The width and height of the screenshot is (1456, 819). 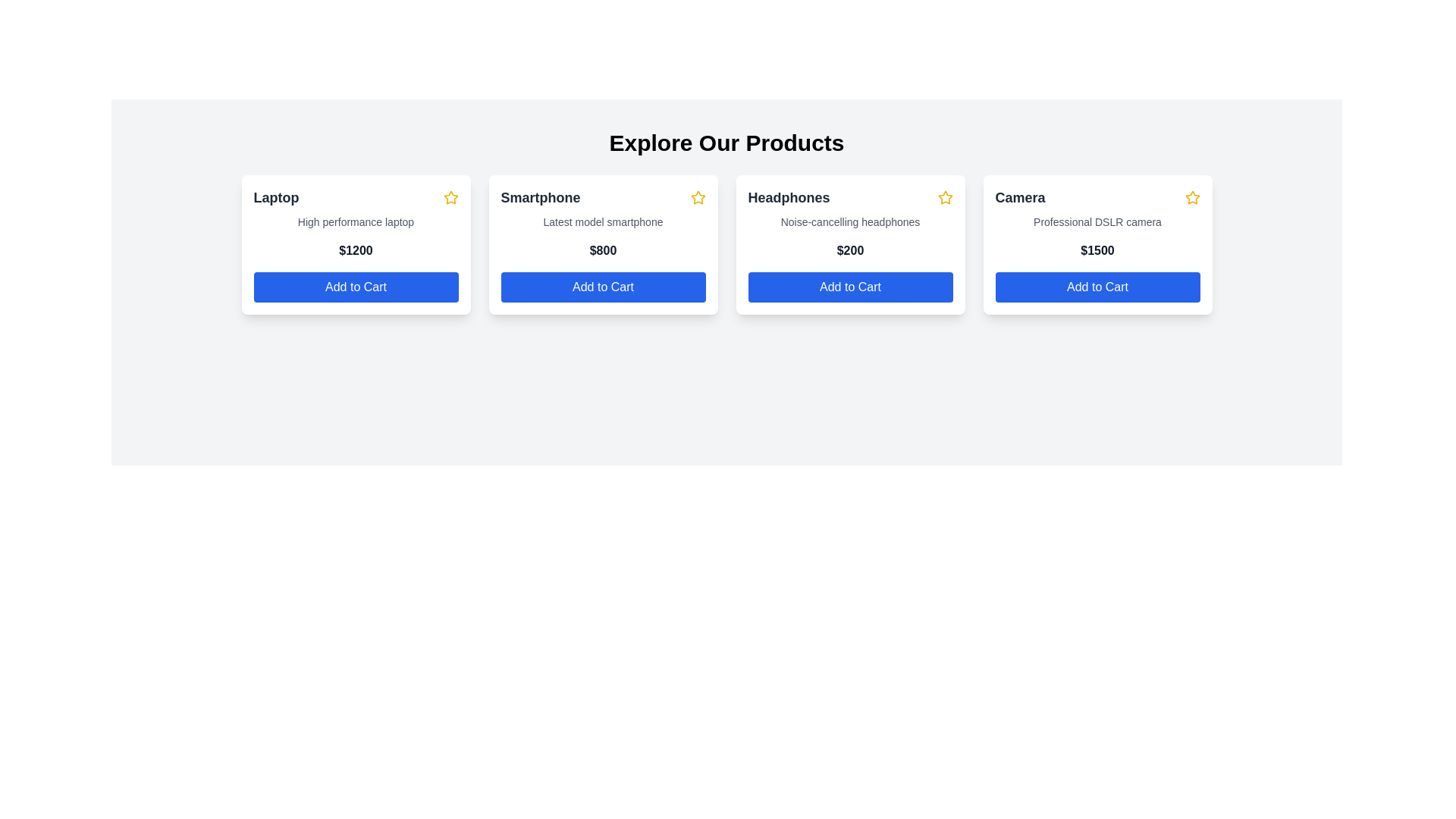 What do you see at coordinates (1191, 196) in the screenshot?
I see `the star icon button located in the top right corner of the 'Camera' product card` at bounding box center [1191, 196].